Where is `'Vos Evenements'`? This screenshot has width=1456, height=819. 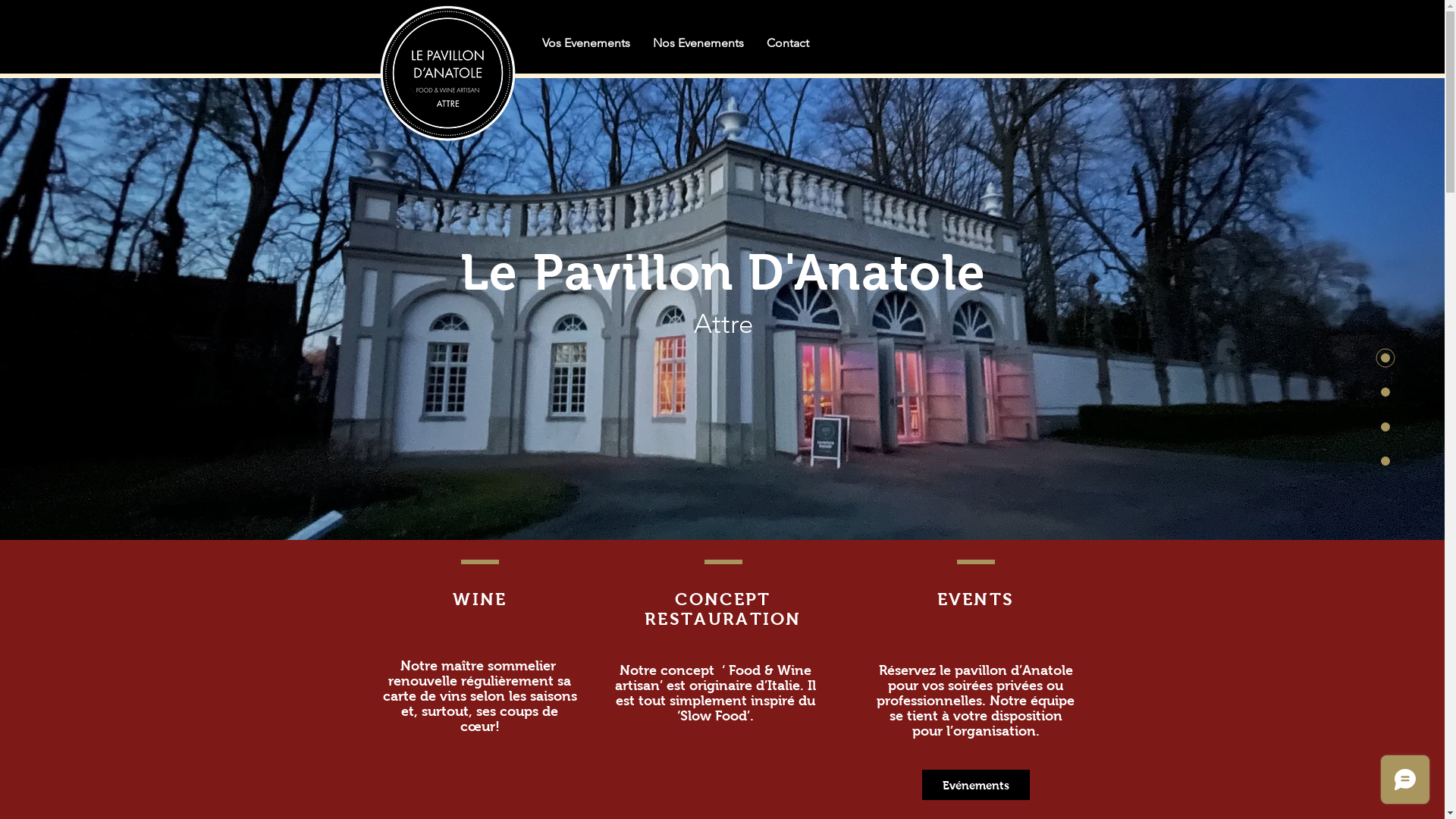 'Vos Evenements' is located at coordinates (531, 42).